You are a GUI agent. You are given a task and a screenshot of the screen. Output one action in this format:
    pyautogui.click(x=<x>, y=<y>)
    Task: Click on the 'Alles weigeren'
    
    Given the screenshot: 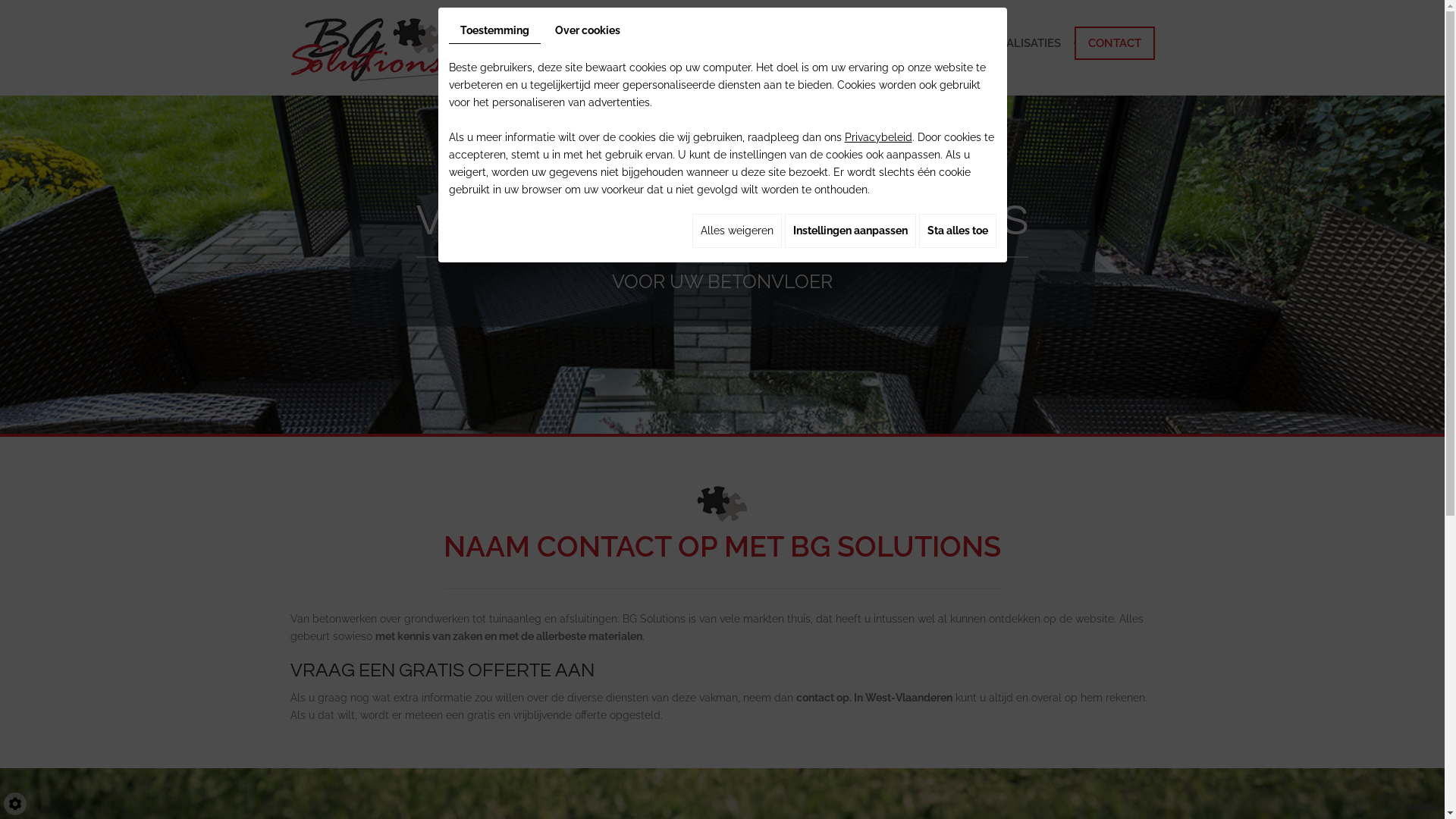 What is the action you would take?
    pyautogui.click(x=736, y=231)
    